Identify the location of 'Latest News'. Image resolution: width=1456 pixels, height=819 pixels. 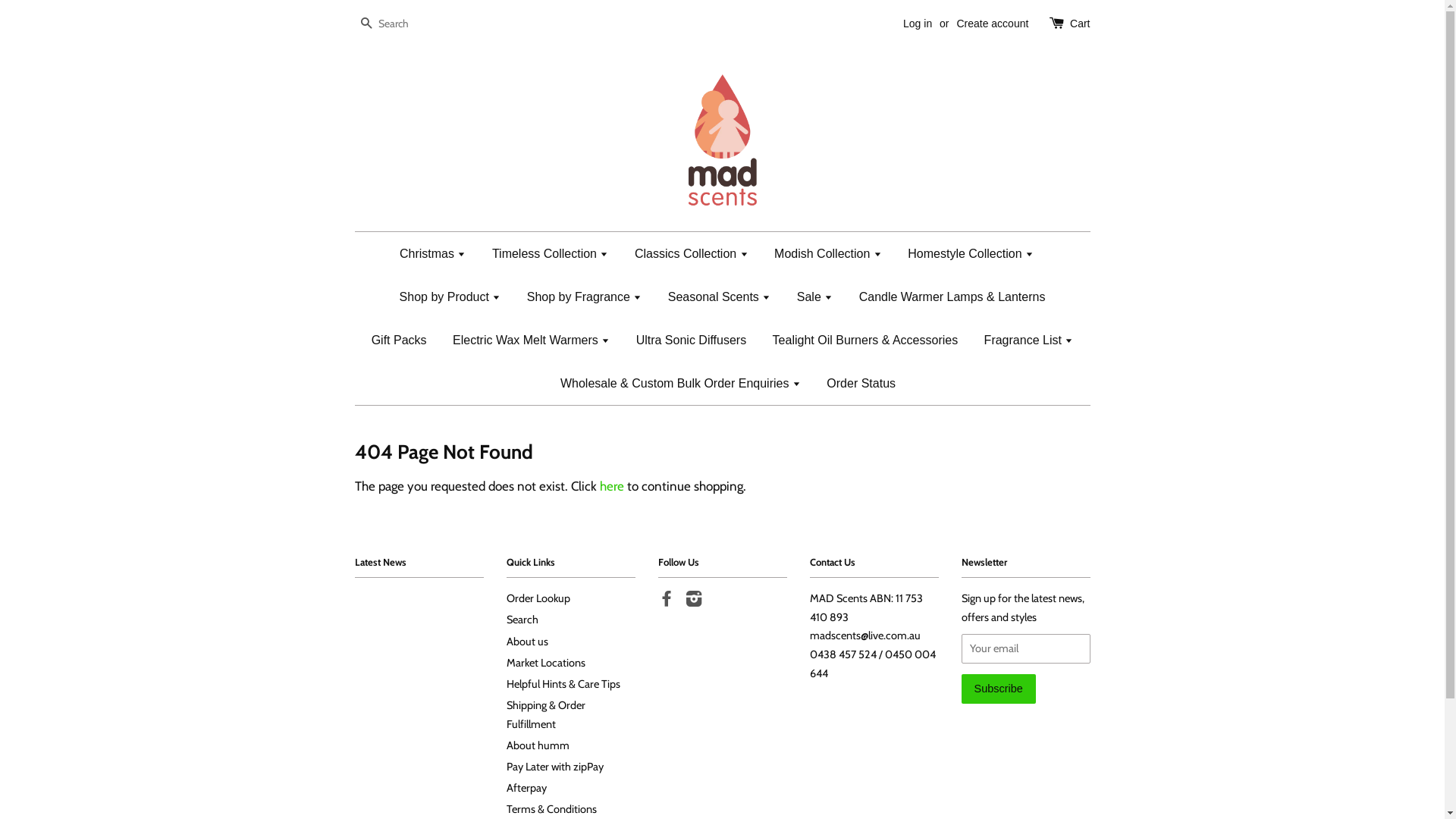
(381, 561).